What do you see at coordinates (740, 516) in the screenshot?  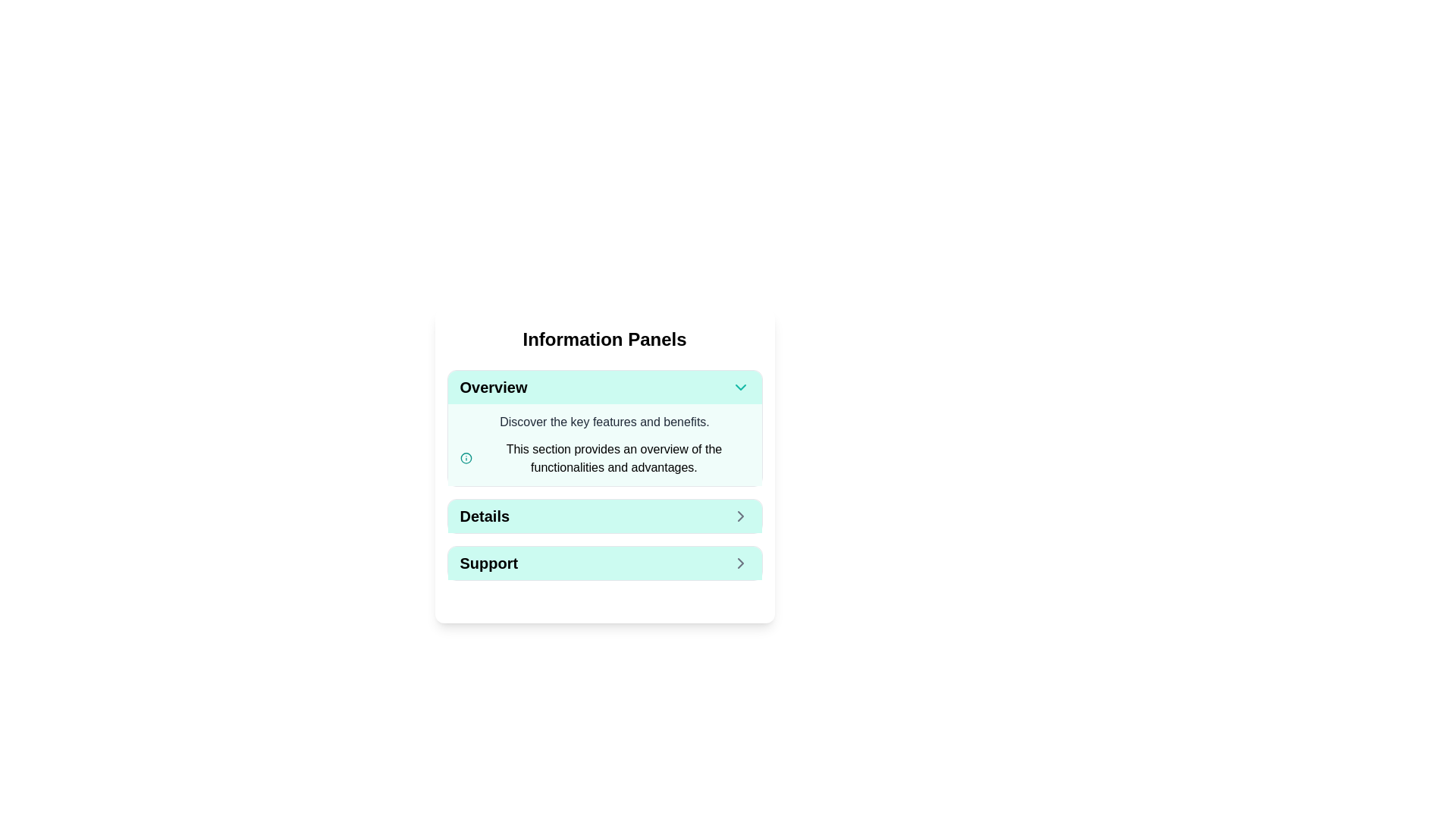 I see `the navigation icon located within the turquoise button section to initiate navigation` at bounding box center [740, 516].